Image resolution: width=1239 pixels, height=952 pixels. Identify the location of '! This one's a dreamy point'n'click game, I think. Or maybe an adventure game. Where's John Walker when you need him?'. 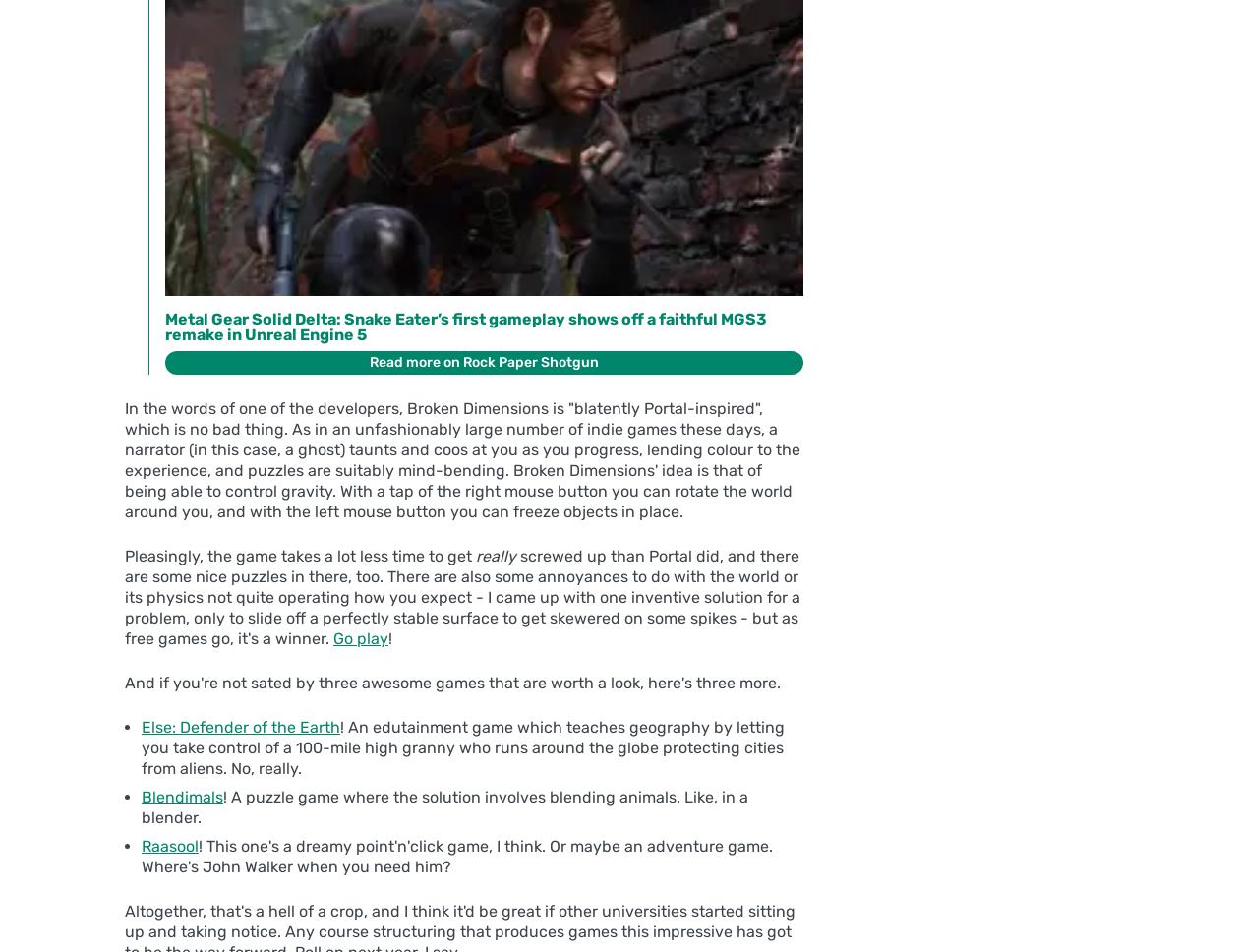
(142, 856).